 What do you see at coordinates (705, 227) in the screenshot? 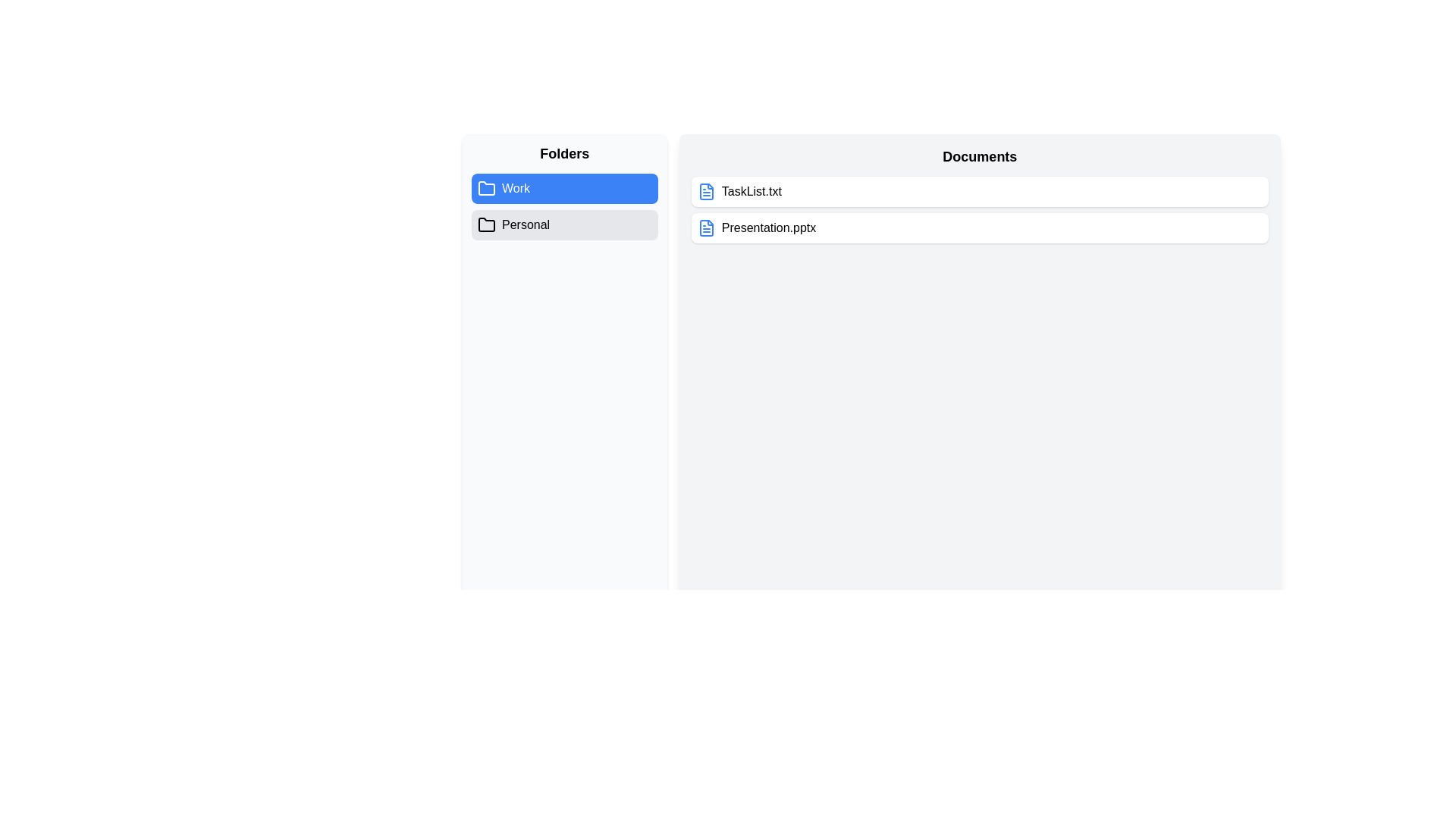
I see `the small blue file icon located to the left of the text 'Presentation.pptx' in the Documents section` at bounding box center [705, 227].